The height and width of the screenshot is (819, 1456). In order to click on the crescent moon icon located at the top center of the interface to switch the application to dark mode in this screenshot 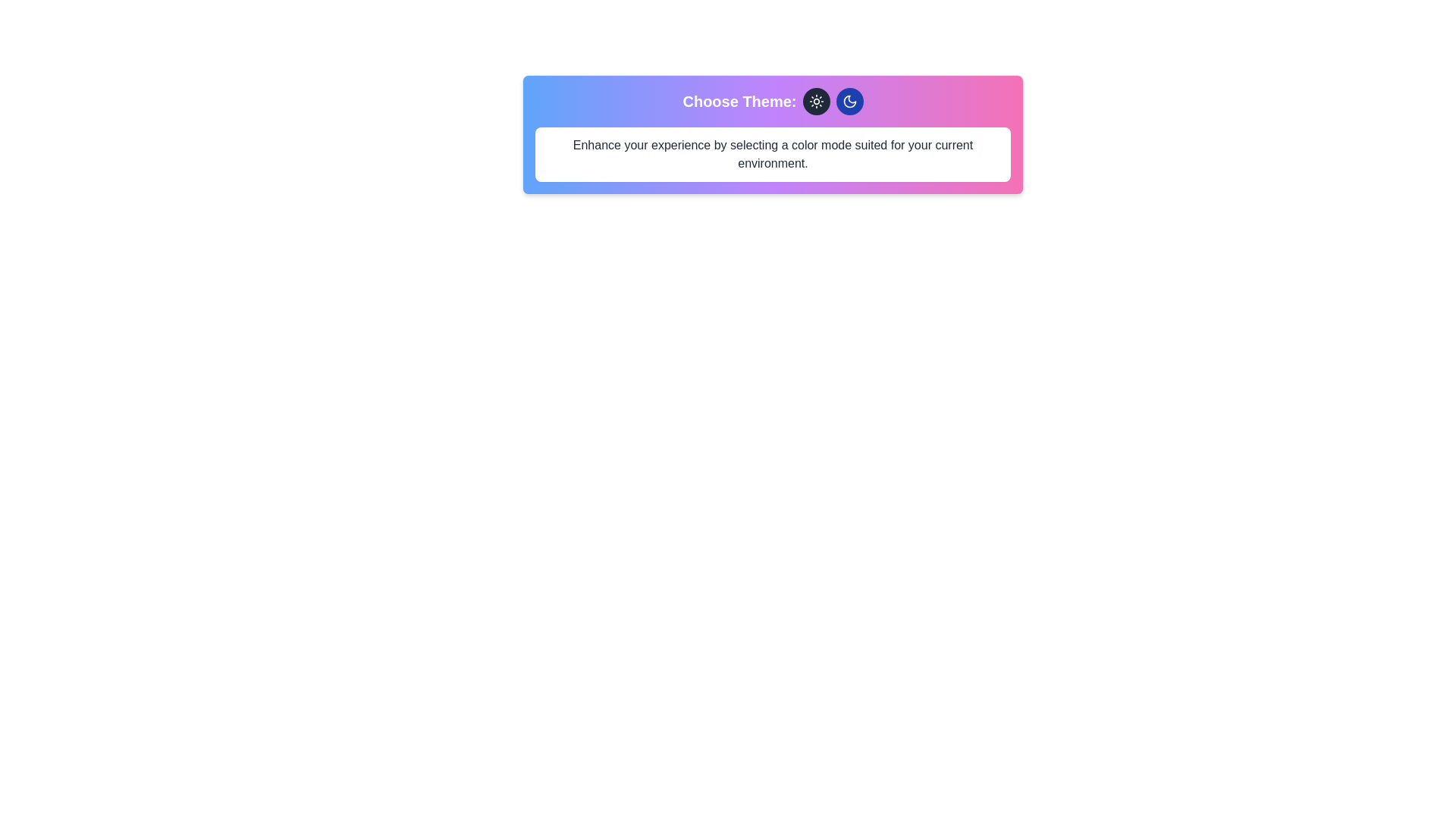, I will do `click(849, 102)`.